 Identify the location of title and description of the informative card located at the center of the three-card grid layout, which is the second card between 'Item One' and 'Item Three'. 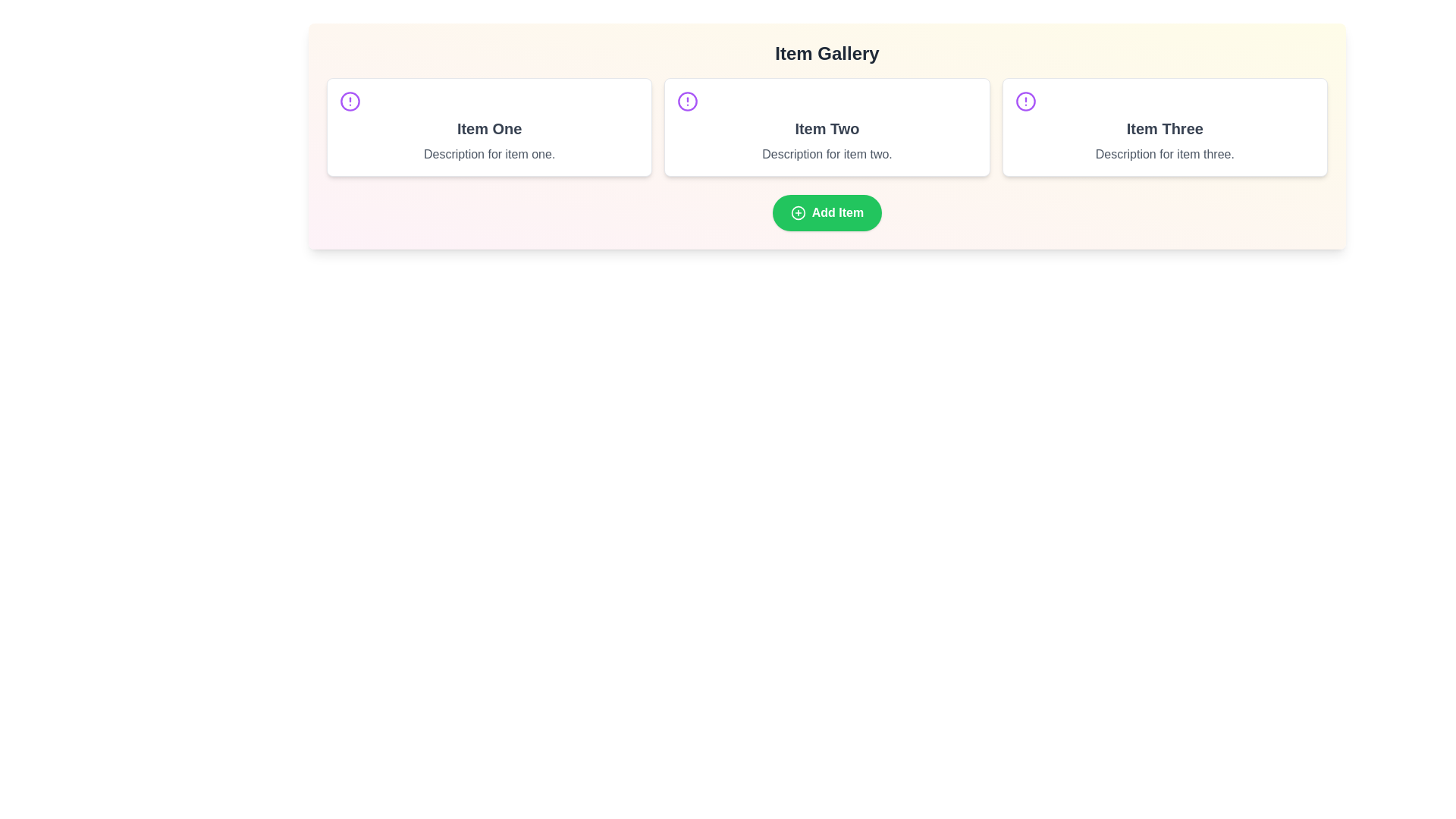
(826, 127).